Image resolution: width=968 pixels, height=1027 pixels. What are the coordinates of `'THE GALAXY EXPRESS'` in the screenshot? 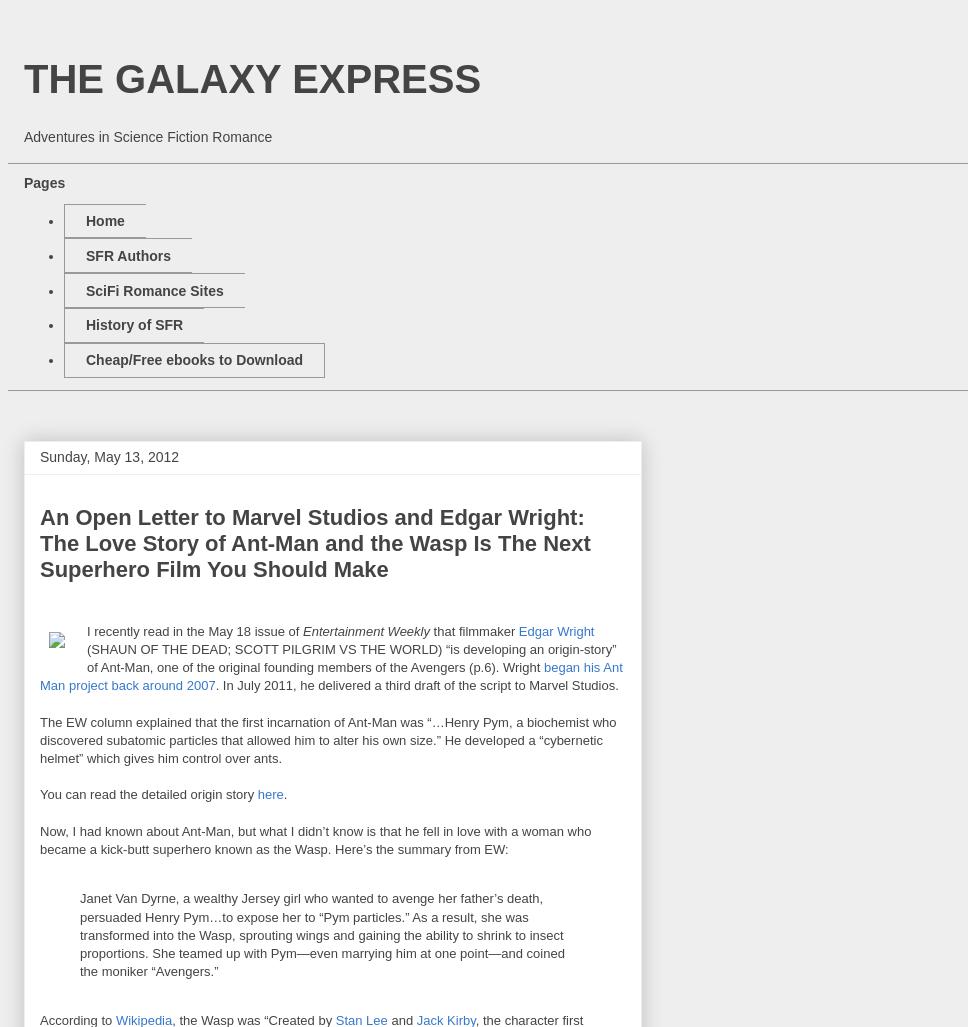 It's located at (252, 76).